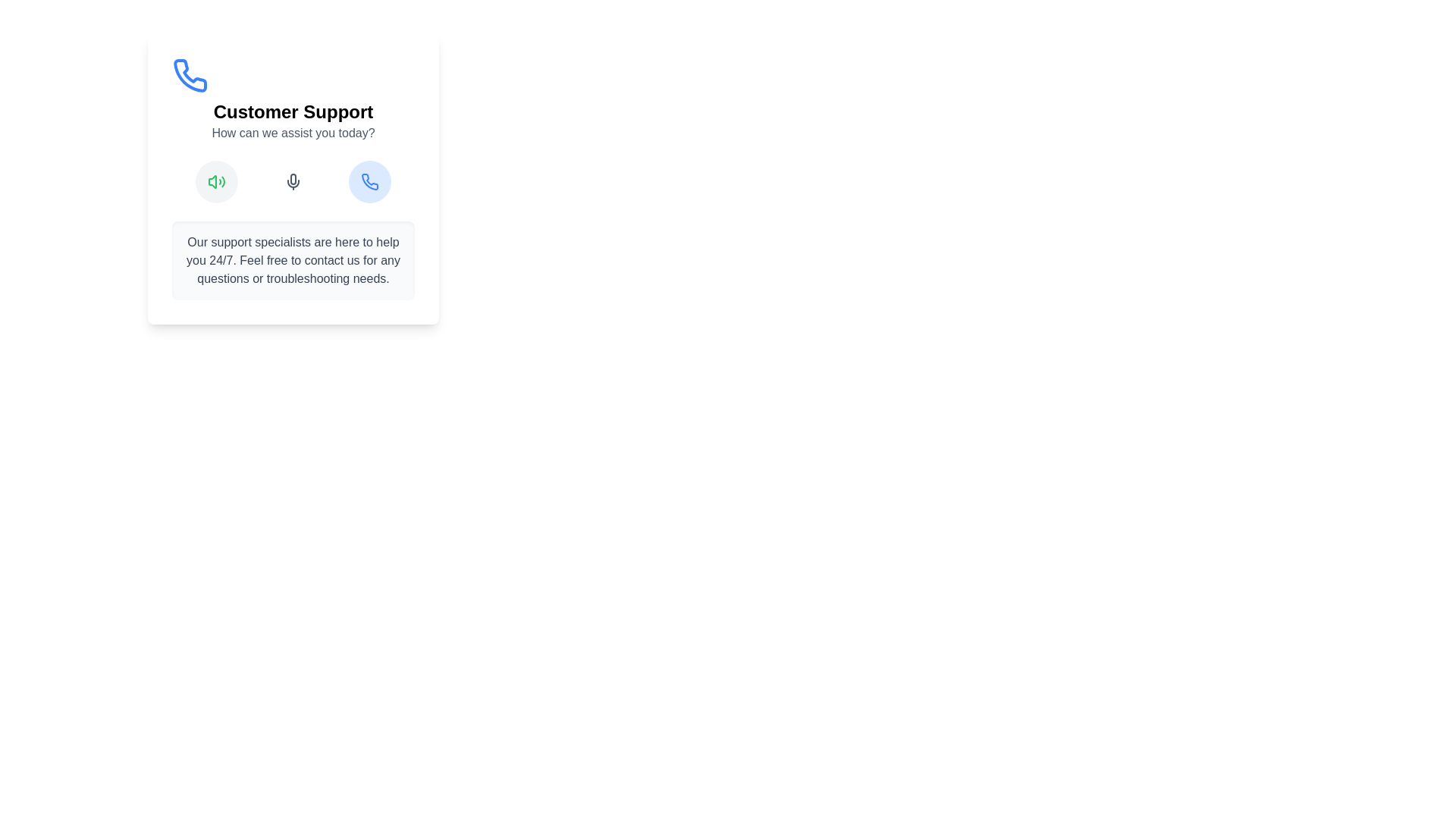 The image size is (1456, 819). What do you see at coordinates (370, 180) in the screenshot?
I see `the third button on the right side of the horizontal layout within the 'Customer Support' card` at bounding box center [370, 180].